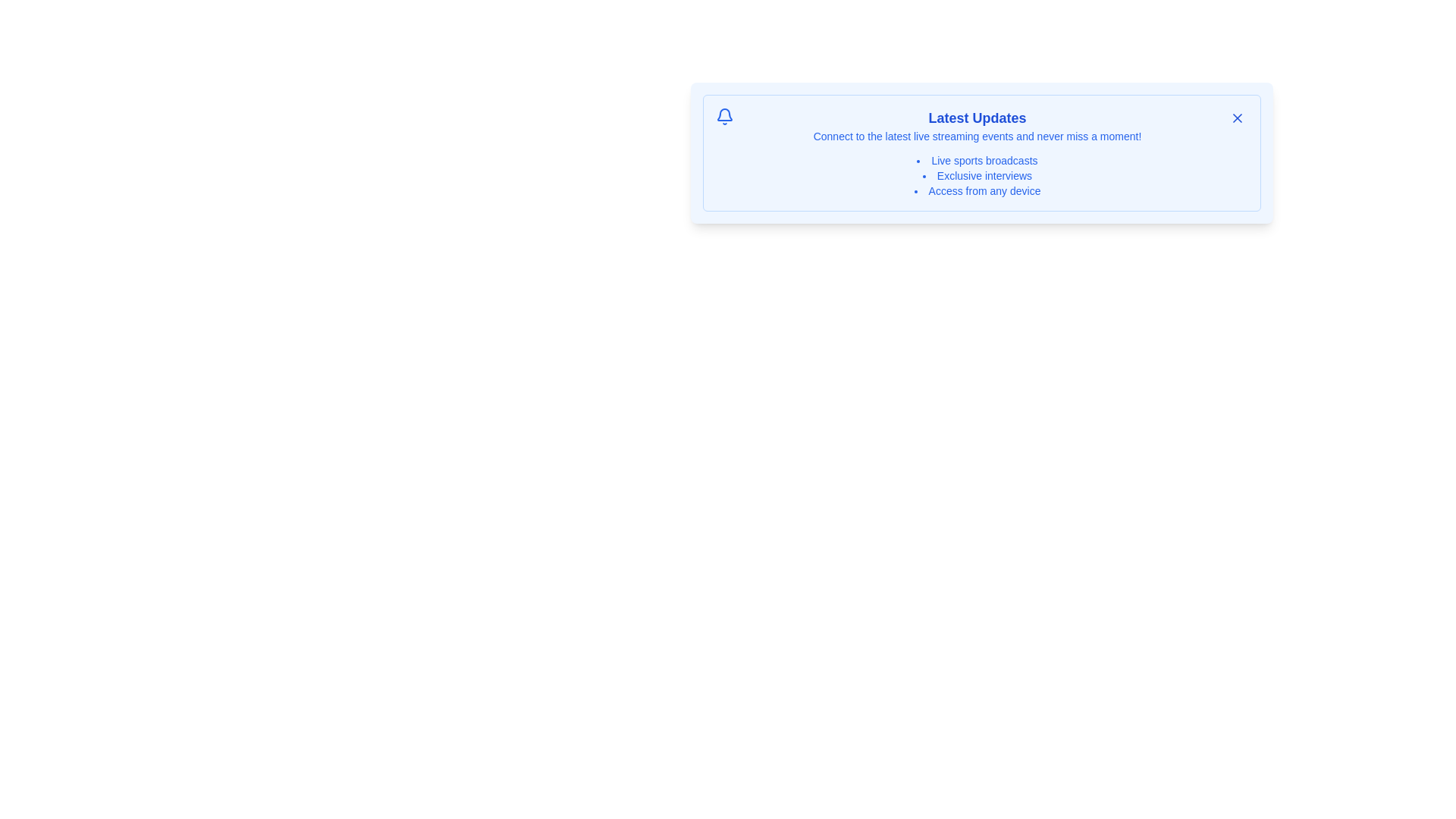  What do you see at coordinates (982, 152) in the screenshot?
I see `the notification area to focus on its text` at bounding box center [982, 152].